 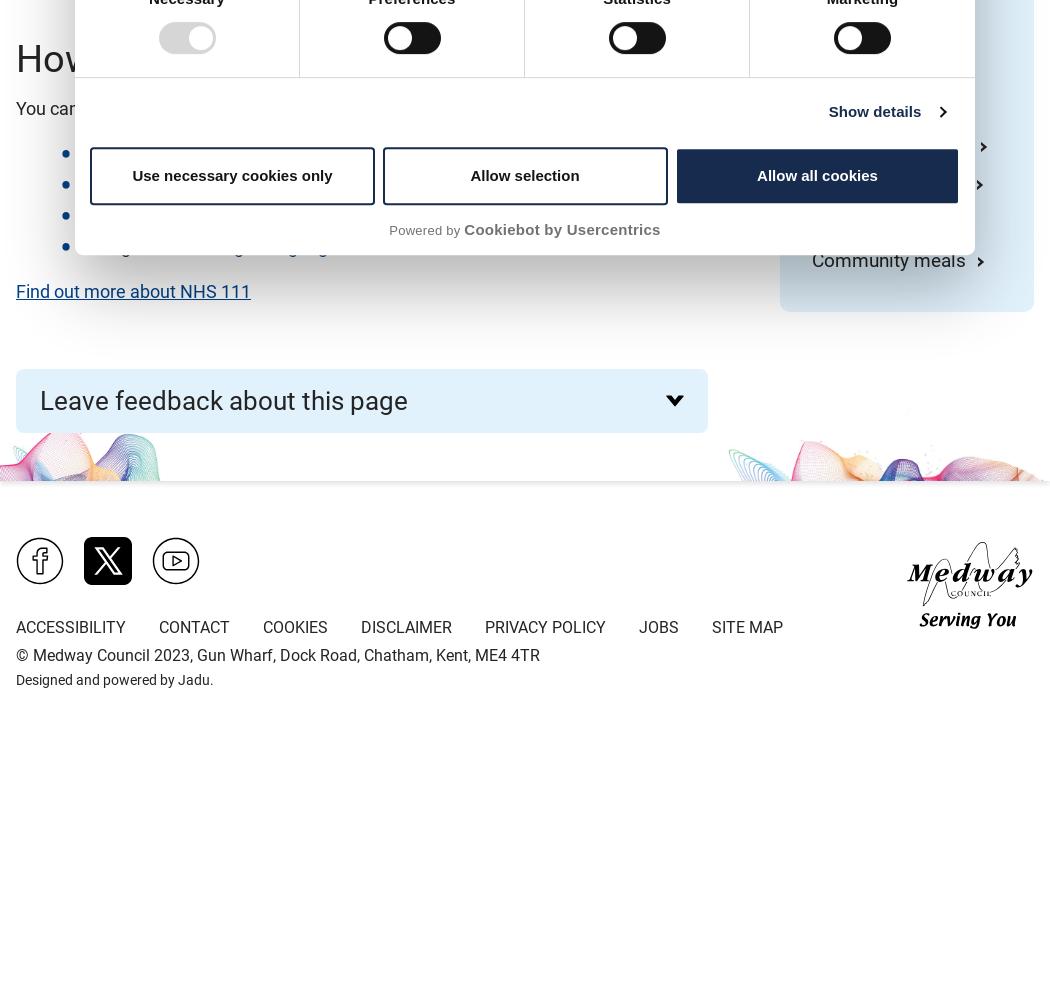 I want to click on 'Jobs', so click(x=657, y=627).